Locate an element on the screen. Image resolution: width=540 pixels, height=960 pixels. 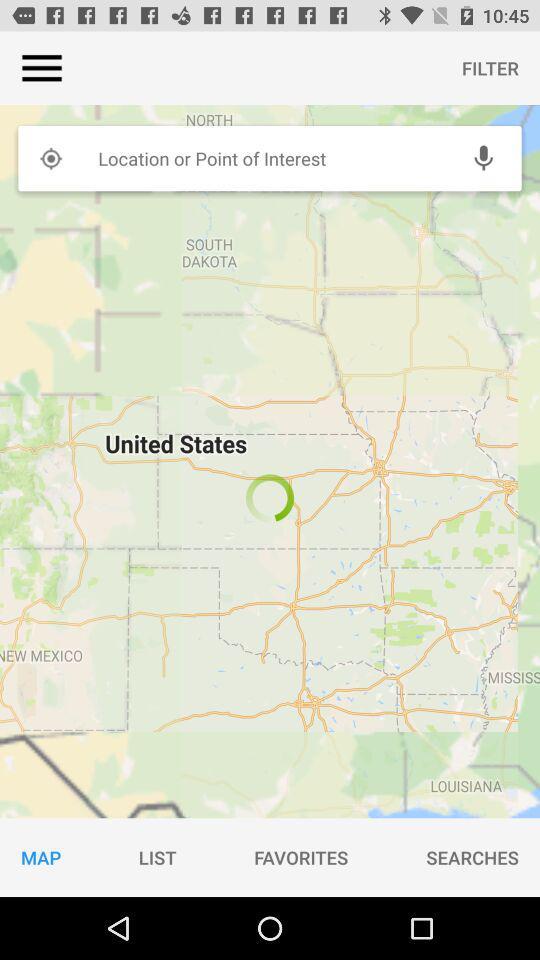
the location_crosshair icon is located at coordinates (50, 157).